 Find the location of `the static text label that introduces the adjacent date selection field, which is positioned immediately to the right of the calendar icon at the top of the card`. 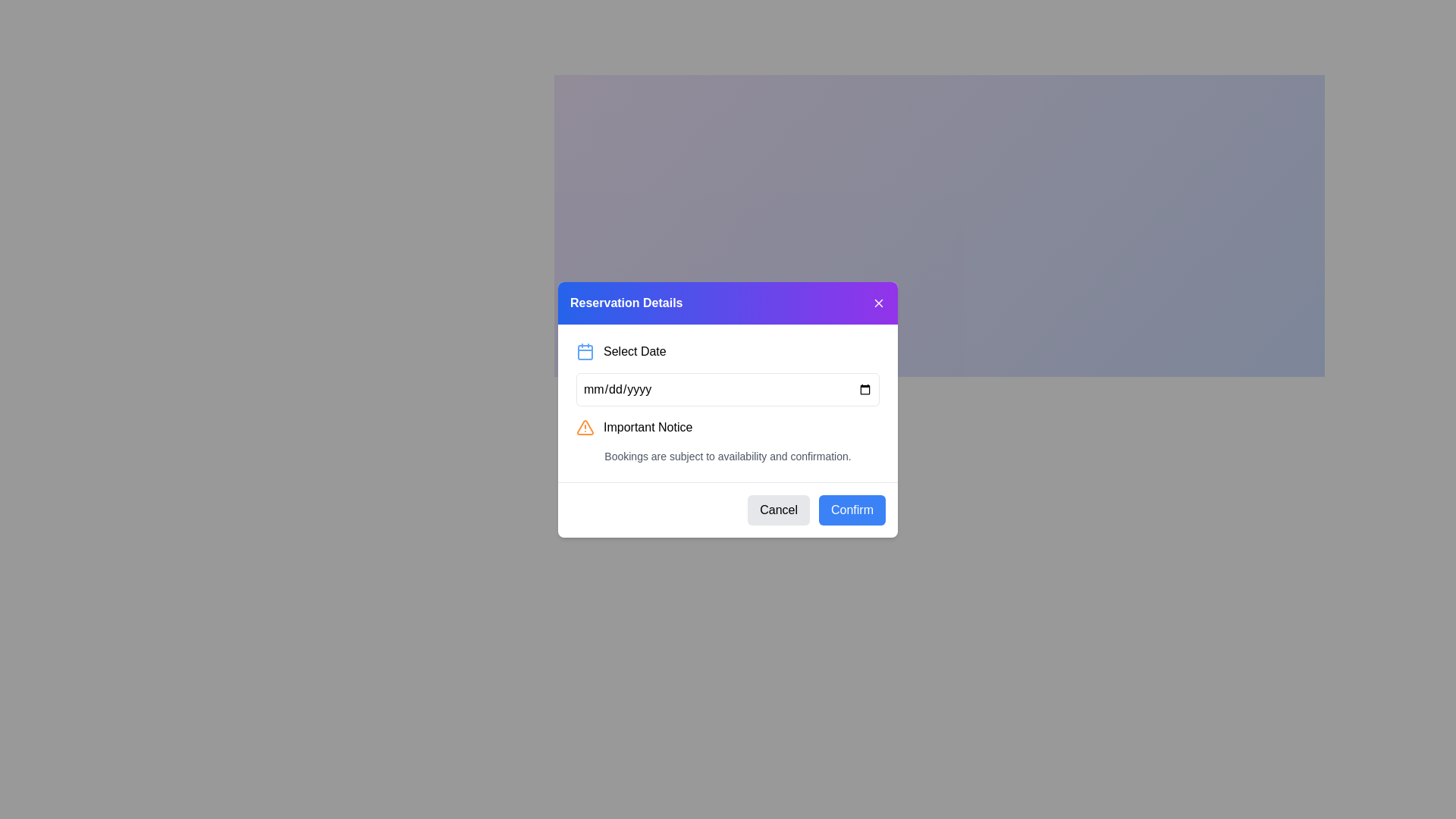

the static text label that introduces the adjacent date selection field, which is positioned immediately to the right of the calendar icon at the top of the card is located at coordinates (635, 351).